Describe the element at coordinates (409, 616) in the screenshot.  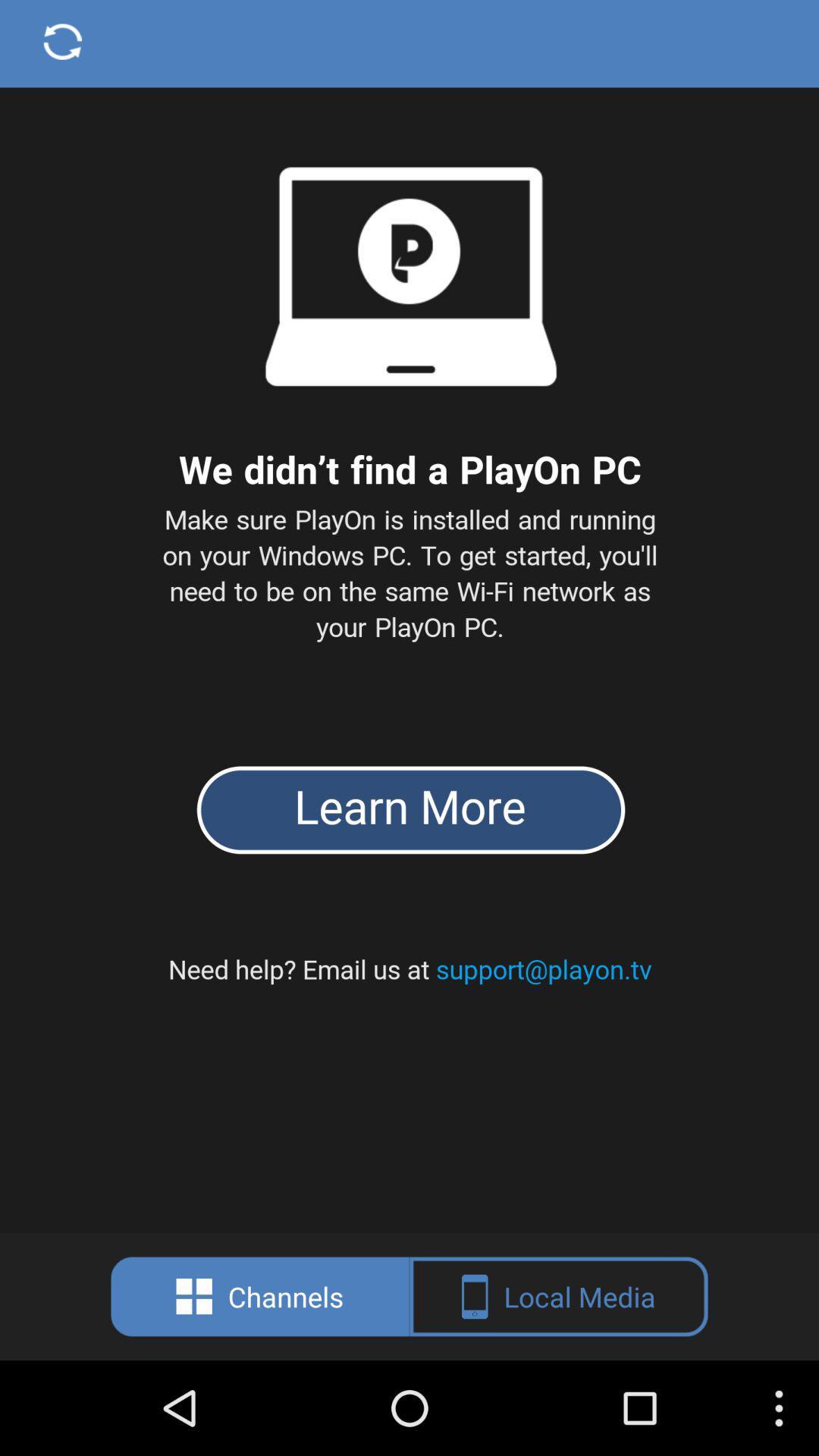
I see `for advertisement` at that location.